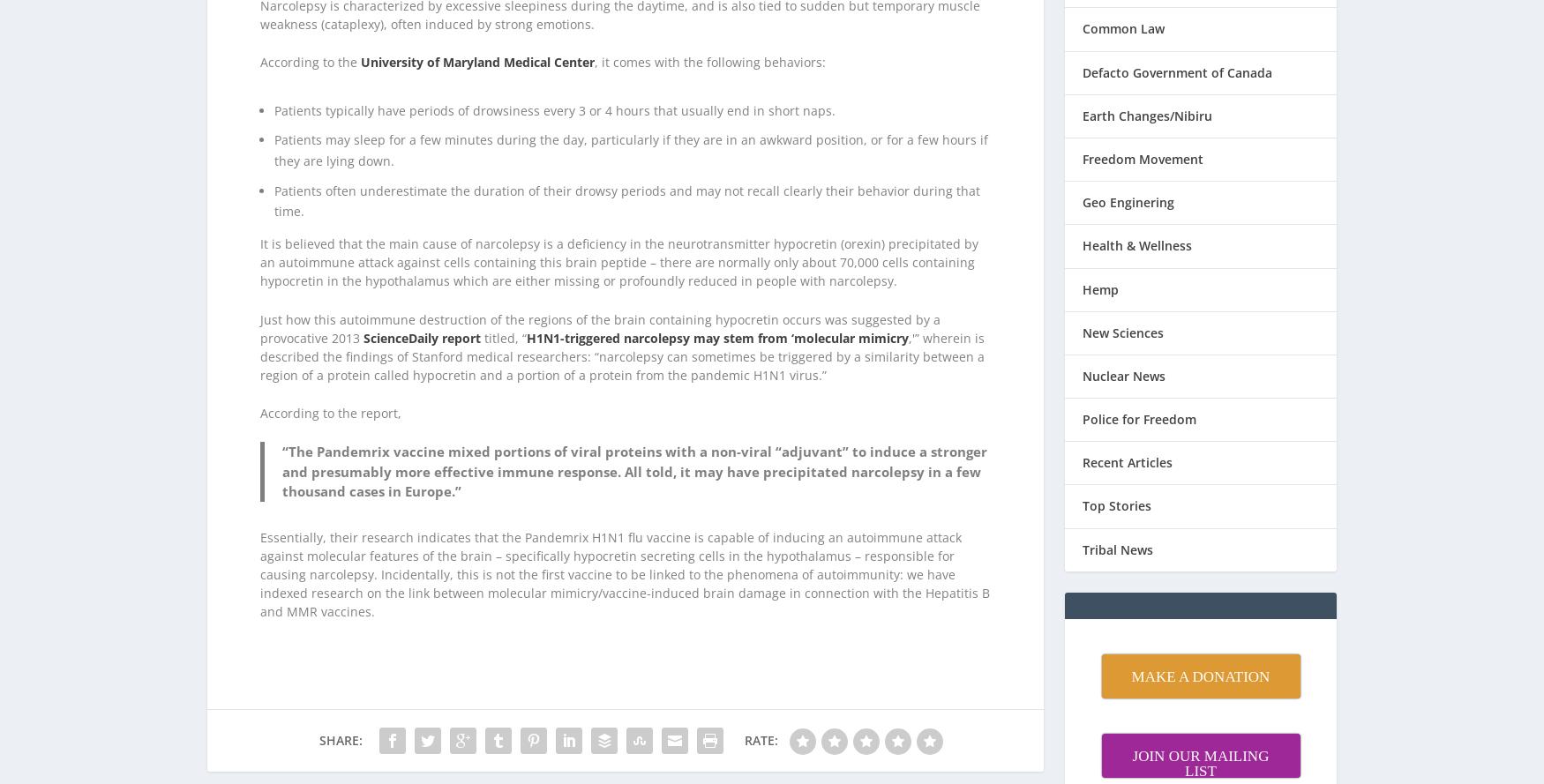 The width and height of the screenshot is (1544, 784). What do you see at coordinates (259, 550) in the screenshot?
I see `'Essentially, their research indicates that the Pandemrix H1N1 flu vaccine is capable of inducing an autoimmune attack against molecular features of the brain – specifically hypocretin secreting cells in the hypothalamus – responsible for causing narcolepsy. Incidentally, this is not the first vaccine to be linked to the phenomena of autoimmunity: we have indexed research on the link between molecular mimicry/vaccine-induced brain damage in connection with the Hepatitis B and MMR vaccines.'` at bounding box center [259, 550].